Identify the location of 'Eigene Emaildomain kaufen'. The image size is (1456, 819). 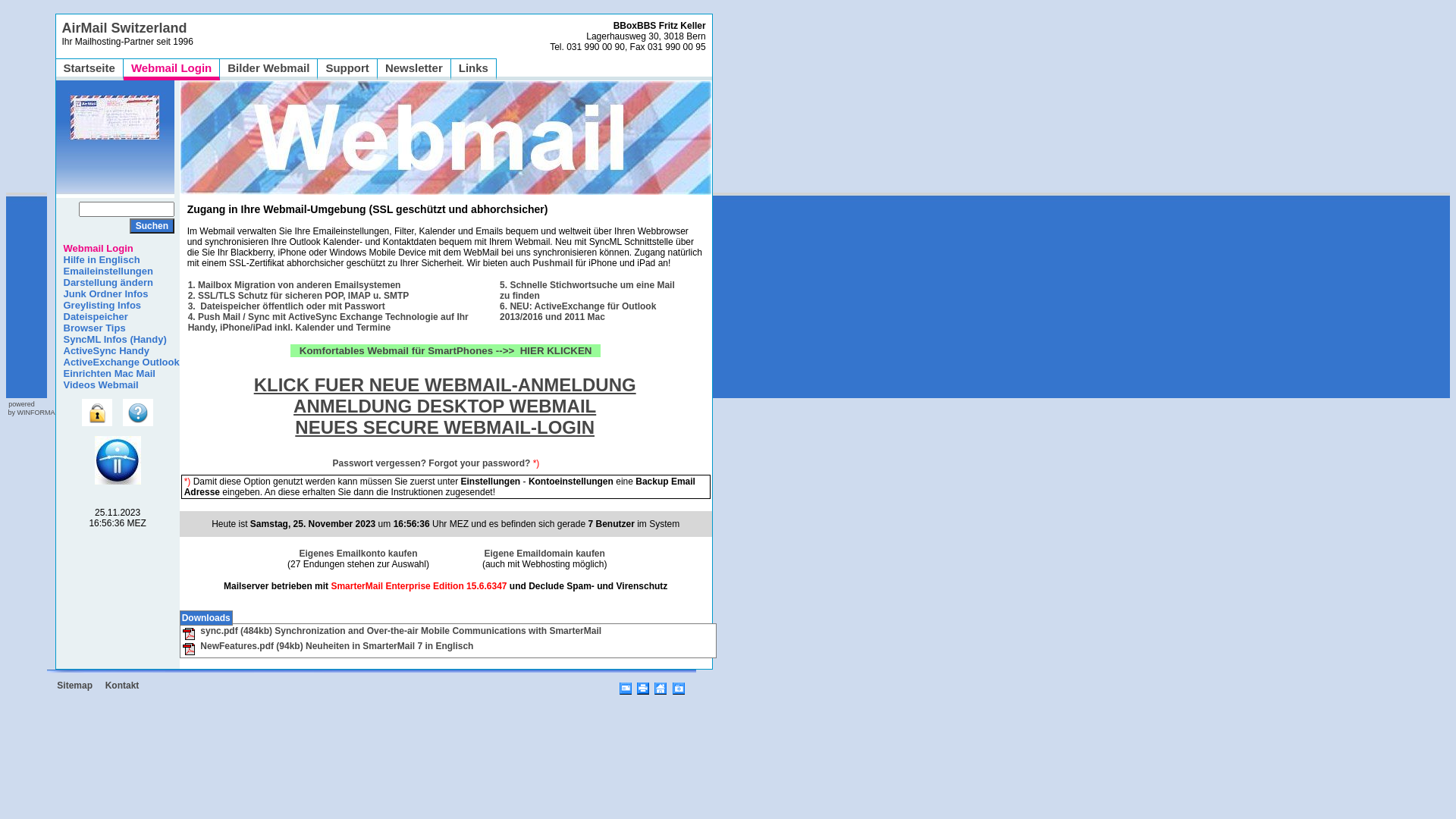
(544, 553).